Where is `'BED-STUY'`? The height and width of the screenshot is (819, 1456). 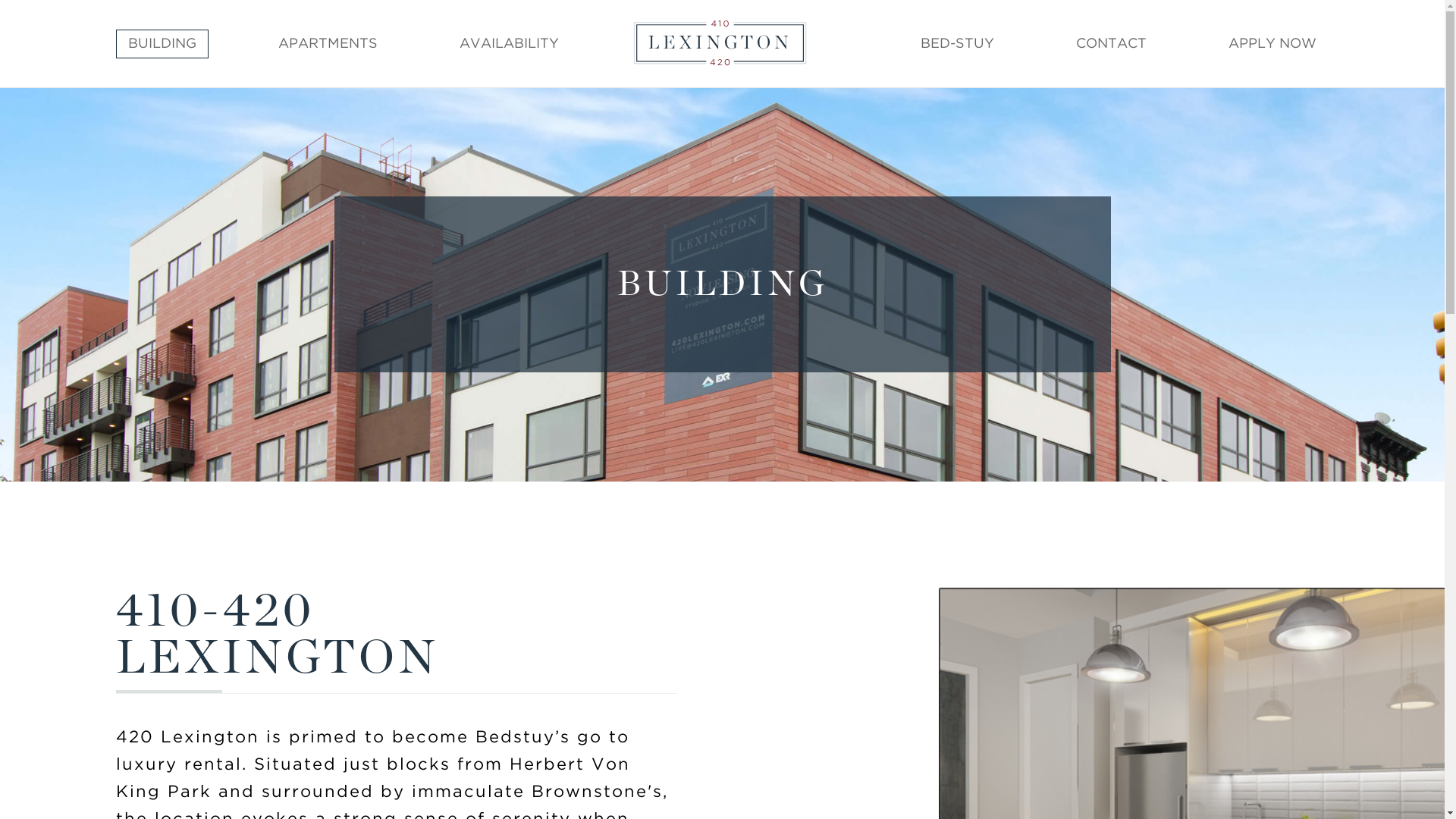 'BED-STUY' is located at coordinates (956, 42).